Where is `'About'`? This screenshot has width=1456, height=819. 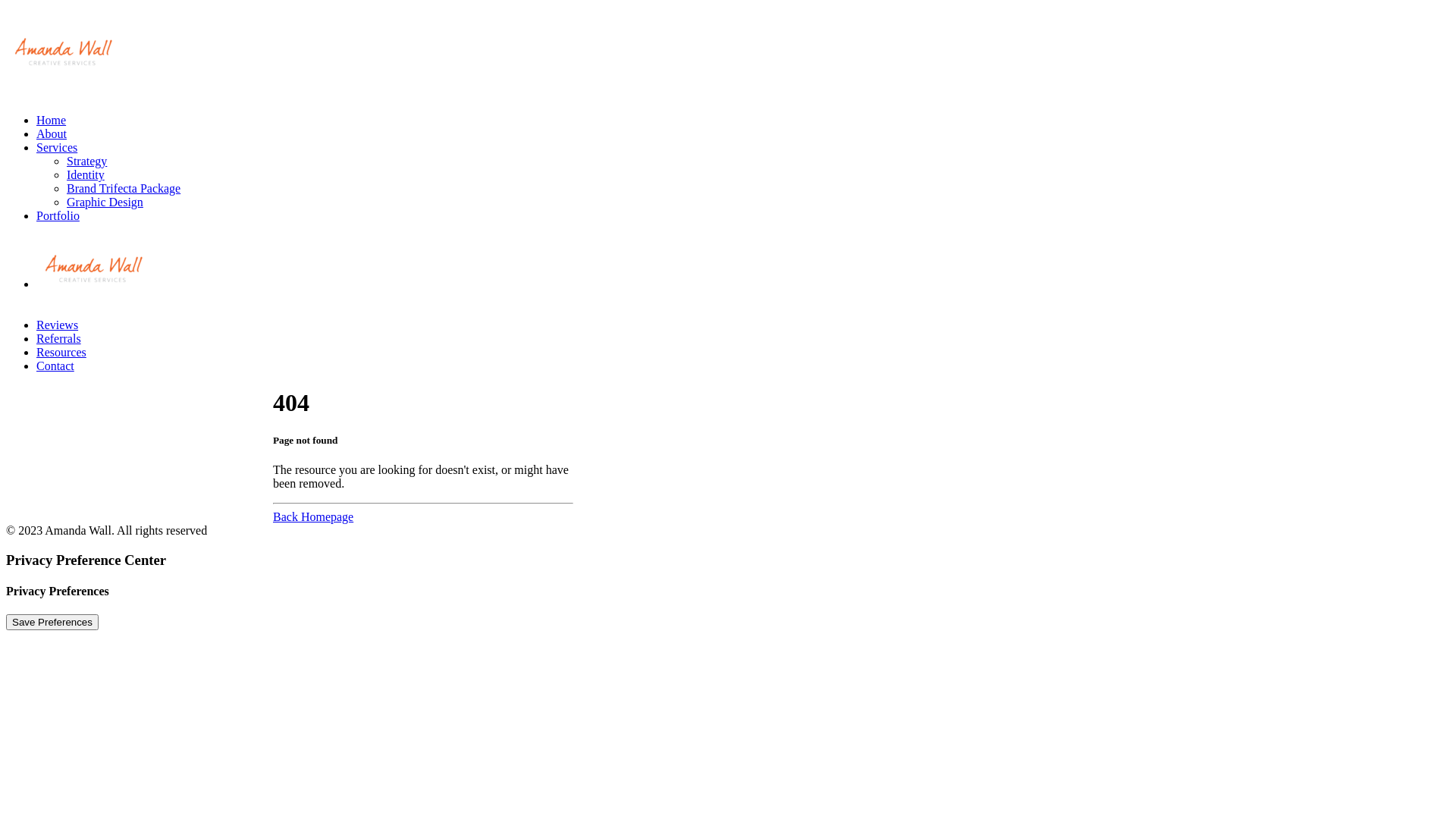 'About' is located at coordinates (51, 133).